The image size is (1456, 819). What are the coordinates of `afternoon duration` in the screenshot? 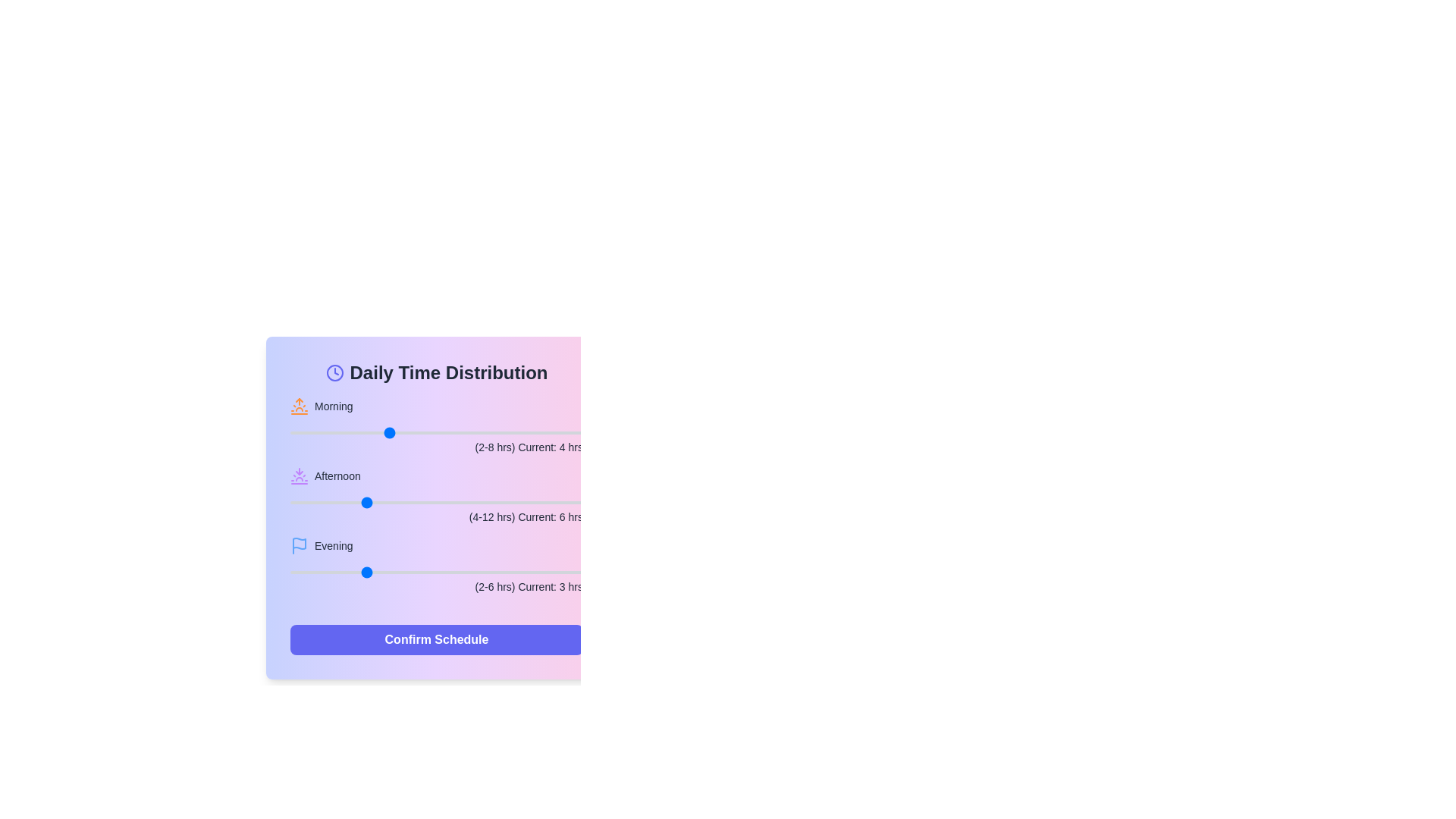 It's located at (290, 503).